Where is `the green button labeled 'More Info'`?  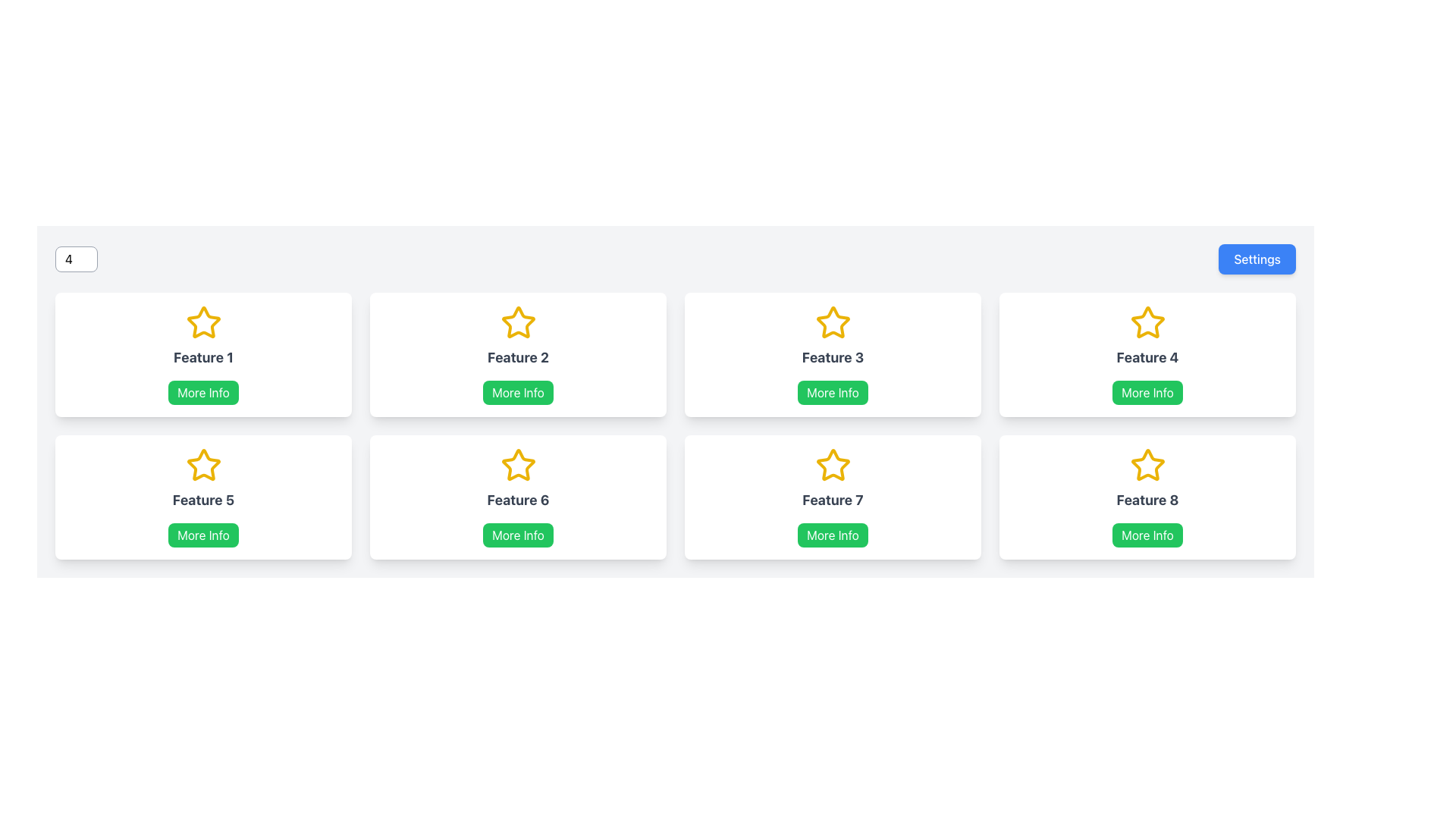
the green button labeled 'More Info' is located at coordinates (202, 391).